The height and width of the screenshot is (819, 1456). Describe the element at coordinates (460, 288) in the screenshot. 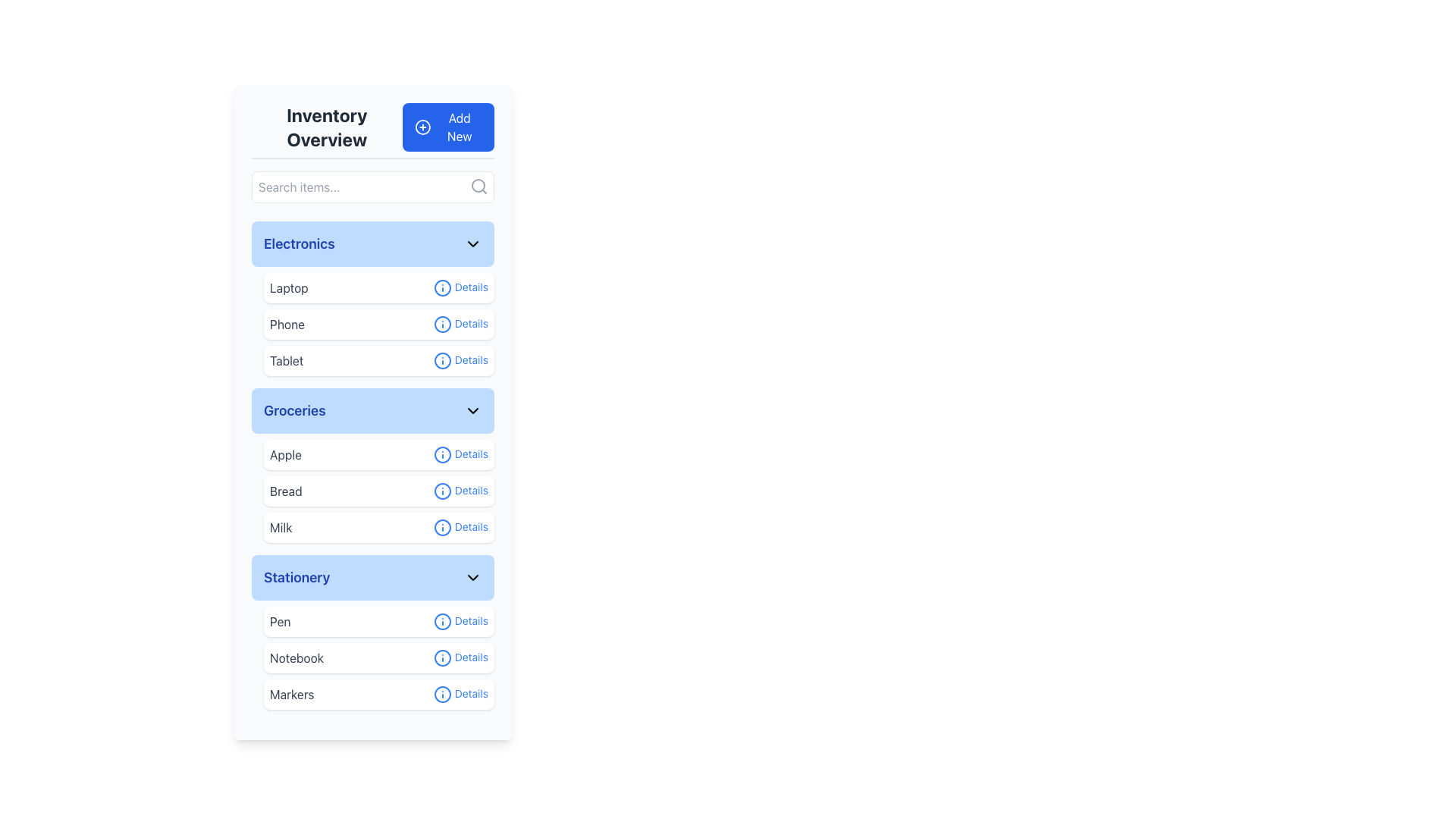

I see `the hyperlink located to the right of the 'Laptop' text in the 'Electronics' category section` at that location.